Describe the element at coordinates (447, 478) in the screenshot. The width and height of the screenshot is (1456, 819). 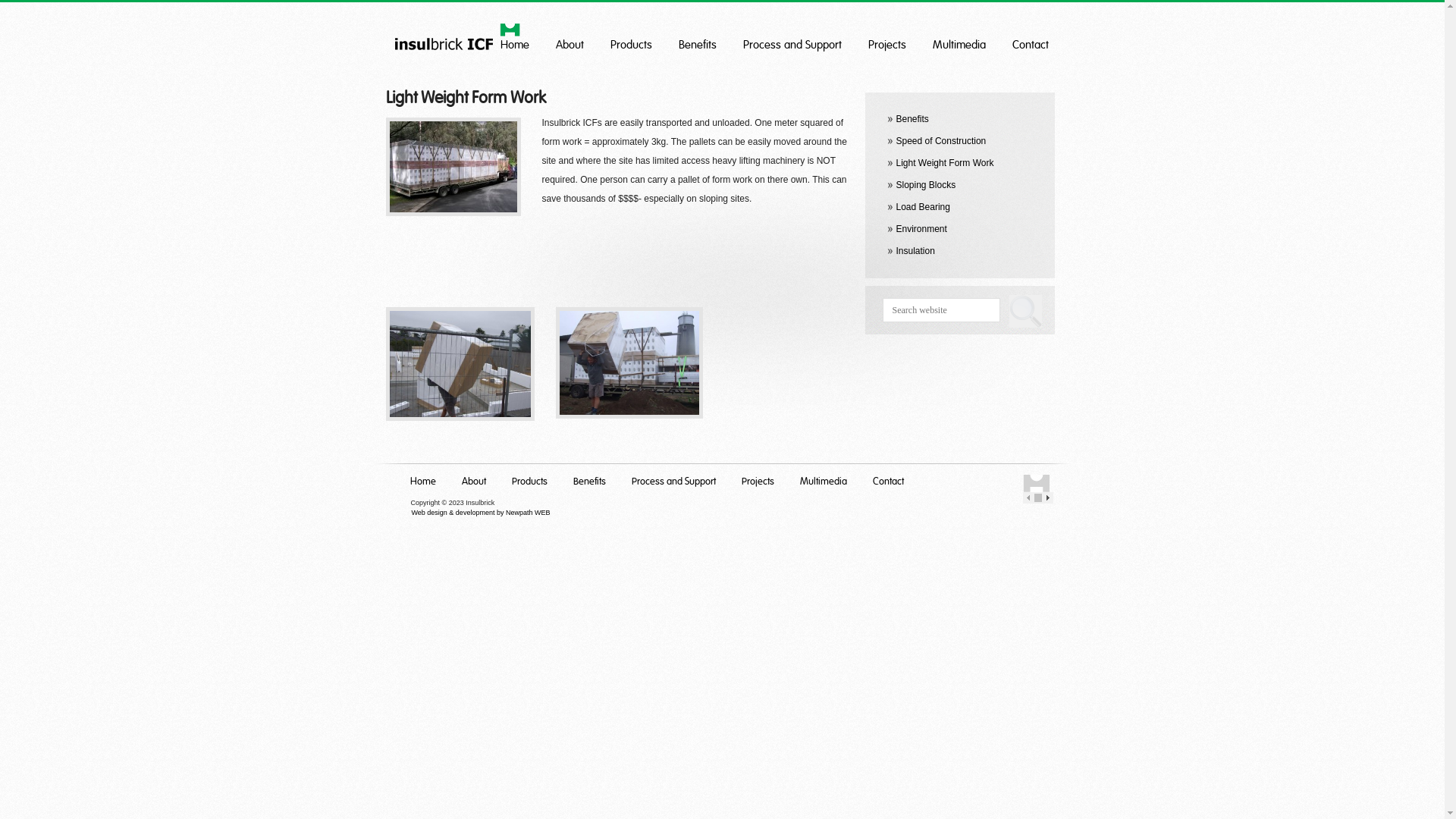
I see `'About'` at that location.